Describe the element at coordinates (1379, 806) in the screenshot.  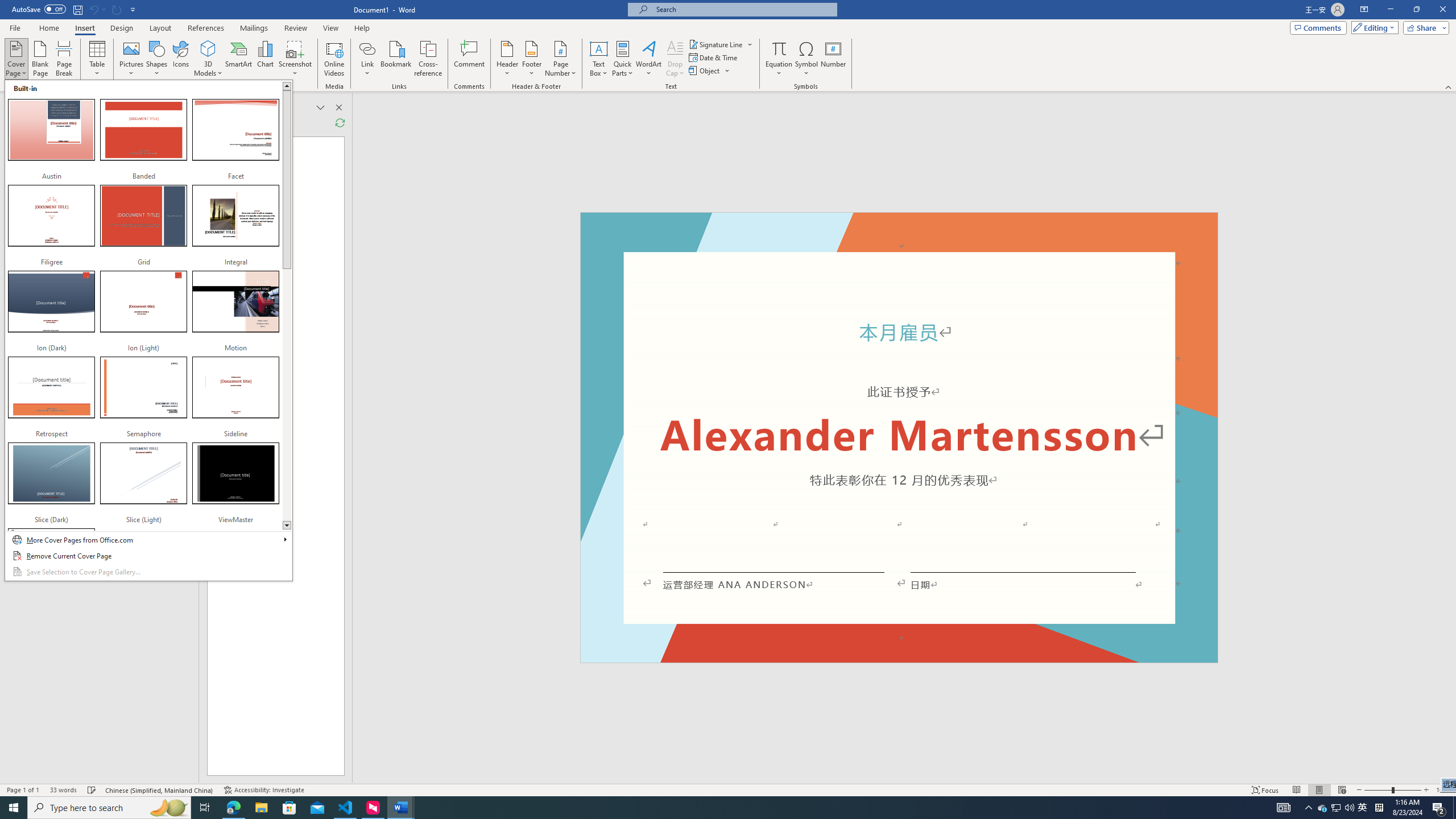
I see `'Tray Input Indicator - Chinese (Simplified, China)'` at that location.